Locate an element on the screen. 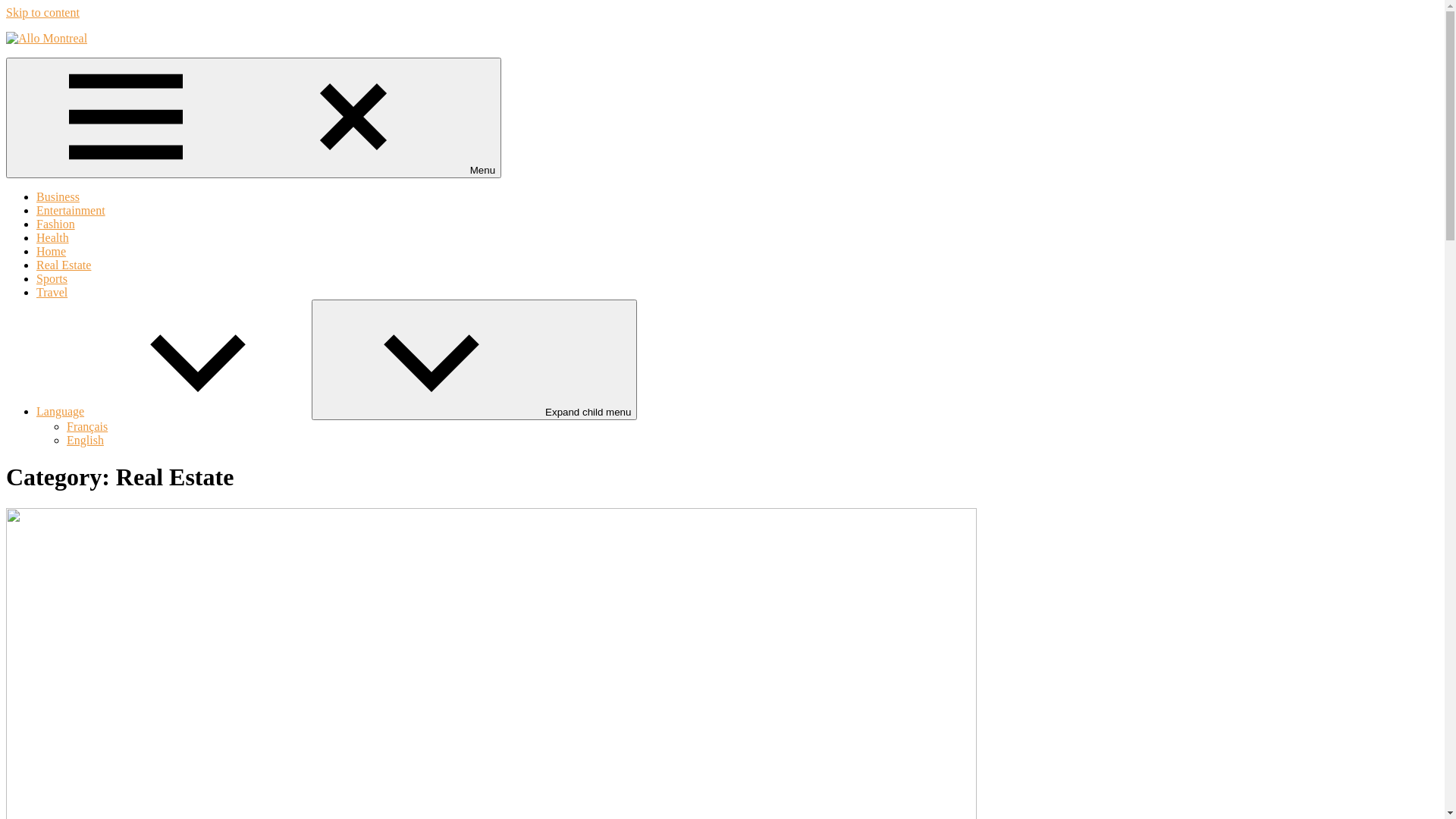 This screenshot has height=819, width=1456. 'Language' is located at coordinates (174, 411).